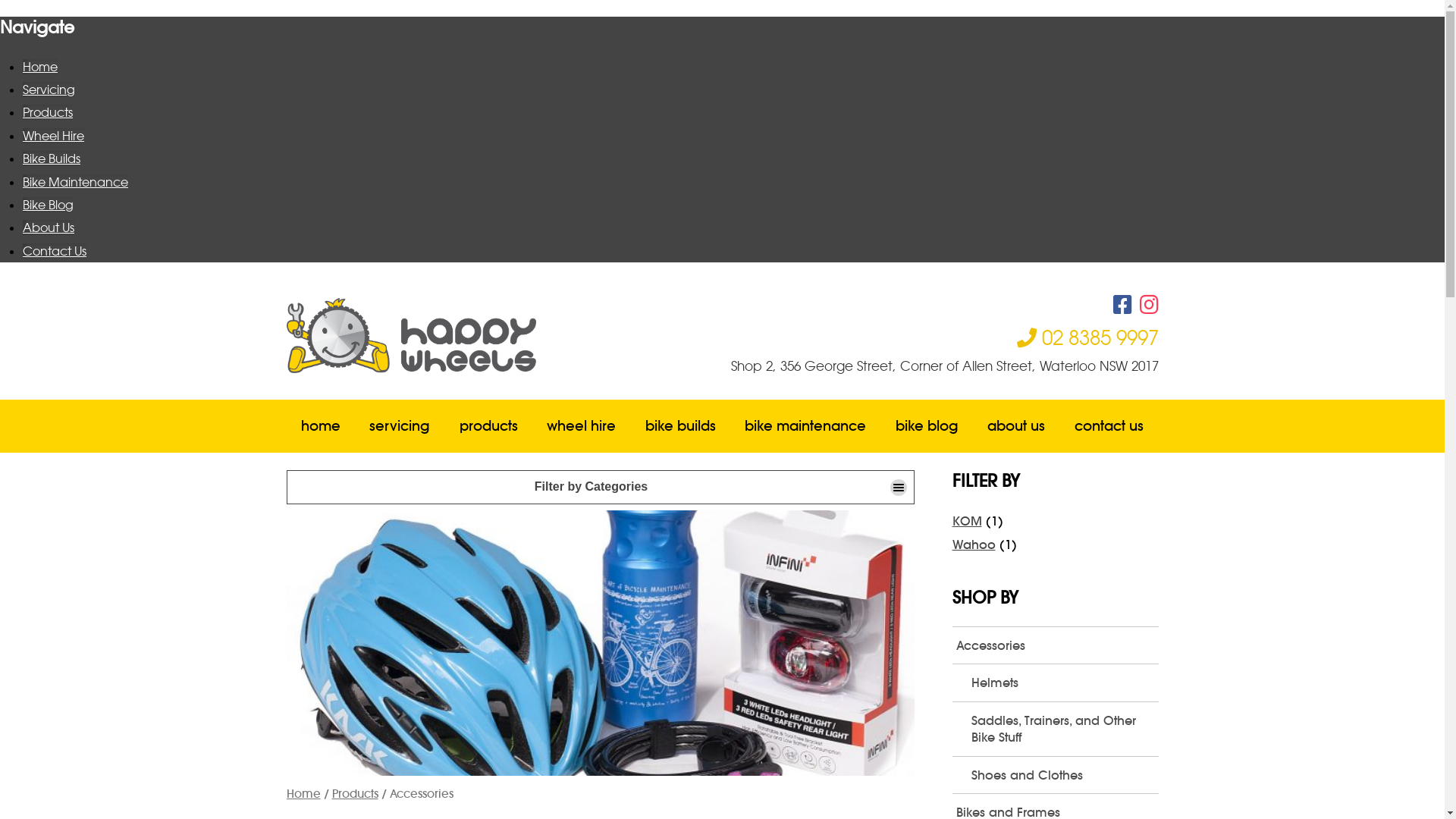  I want to click on 'Bike Builds', so click(51, 158).